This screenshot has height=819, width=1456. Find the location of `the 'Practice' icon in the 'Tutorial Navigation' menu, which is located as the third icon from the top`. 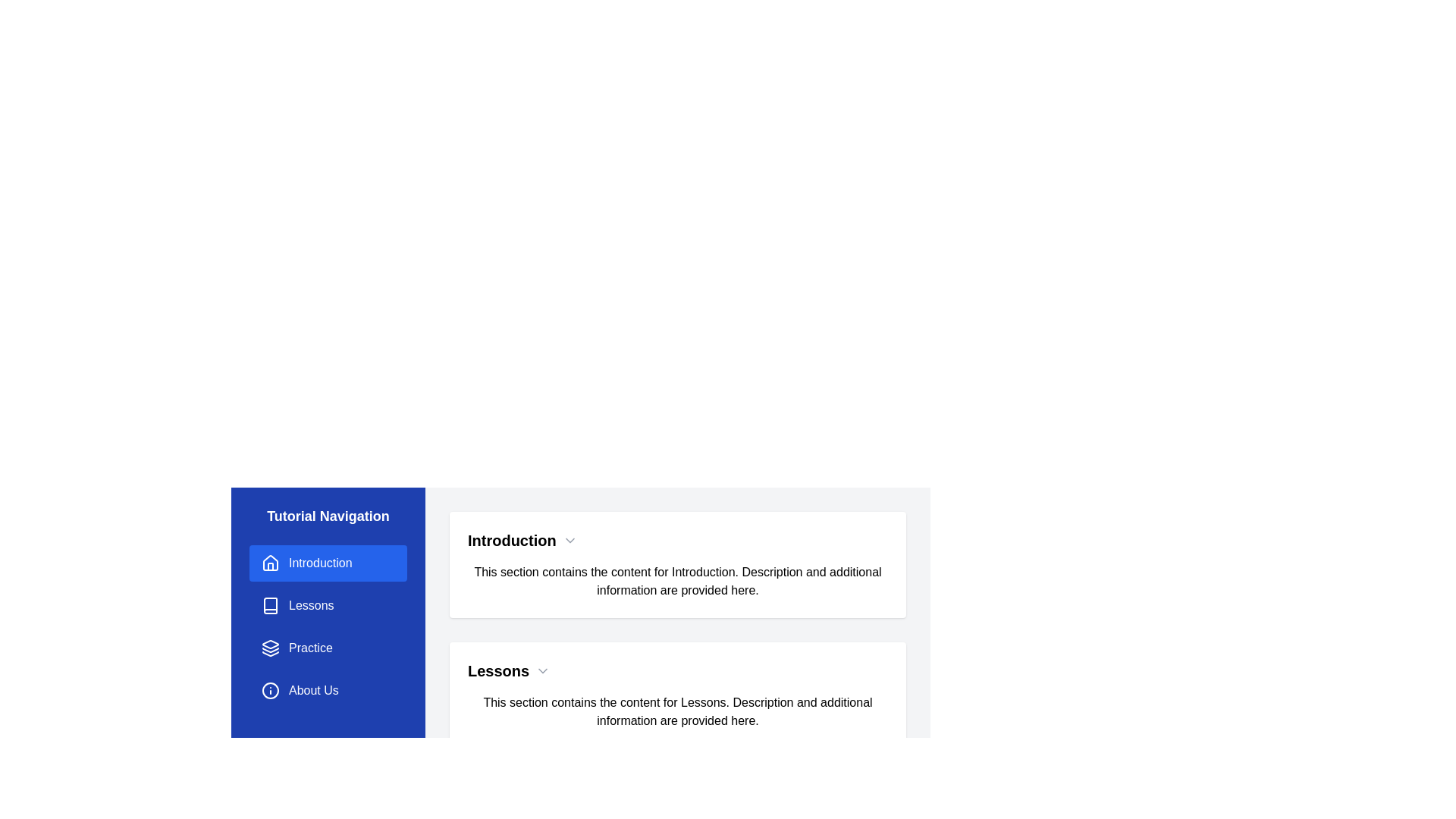

the 'Practice' icon in the 'Tutorial Navigation' menu, which is located as the third icon from the top is located at coordinates (270, 644).